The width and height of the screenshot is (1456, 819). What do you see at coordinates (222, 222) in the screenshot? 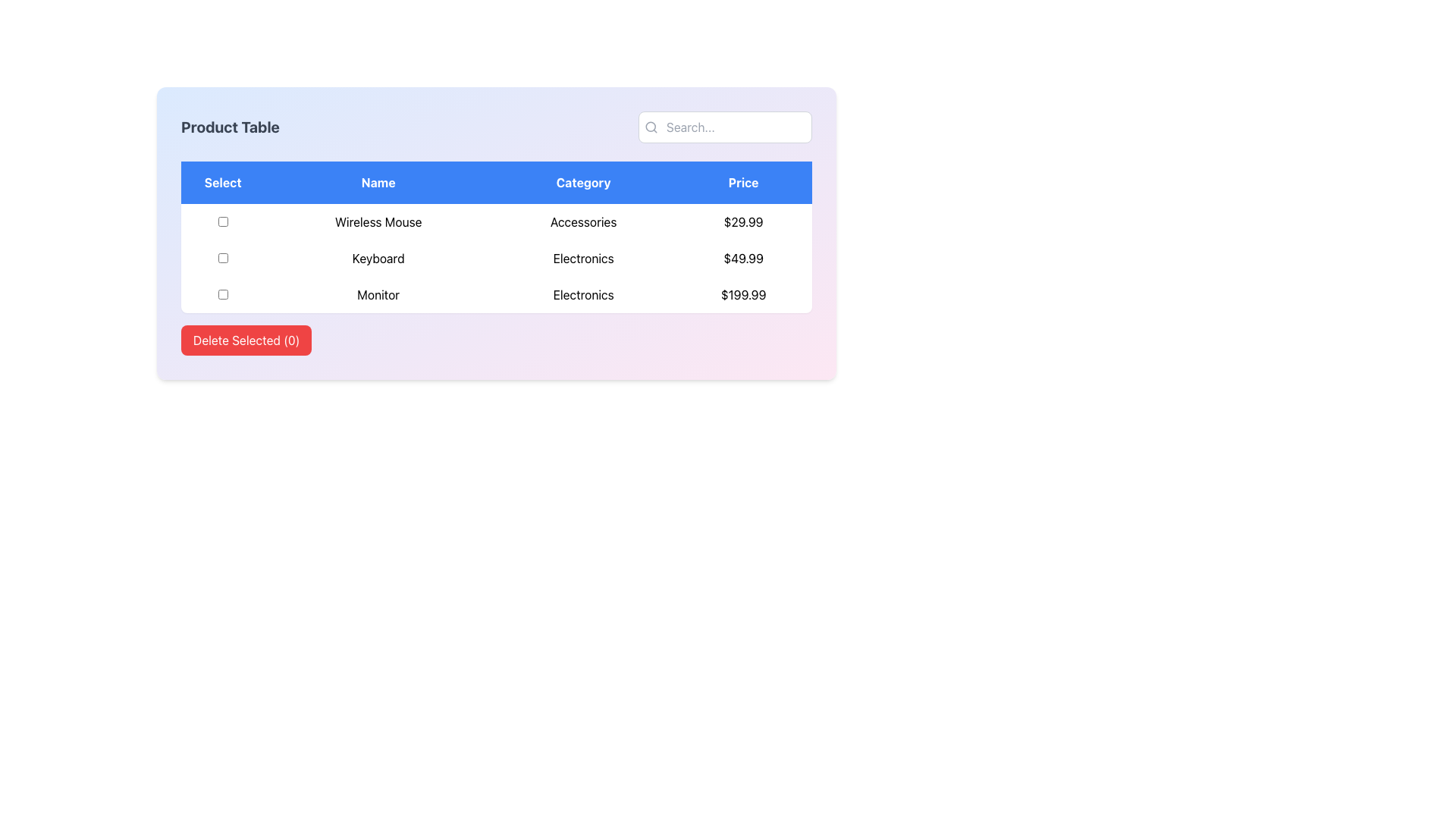
I see `the first checkbox in the 'Select' column of the product table for 'Wireless Mouse'` at bounding box center [222, 222].